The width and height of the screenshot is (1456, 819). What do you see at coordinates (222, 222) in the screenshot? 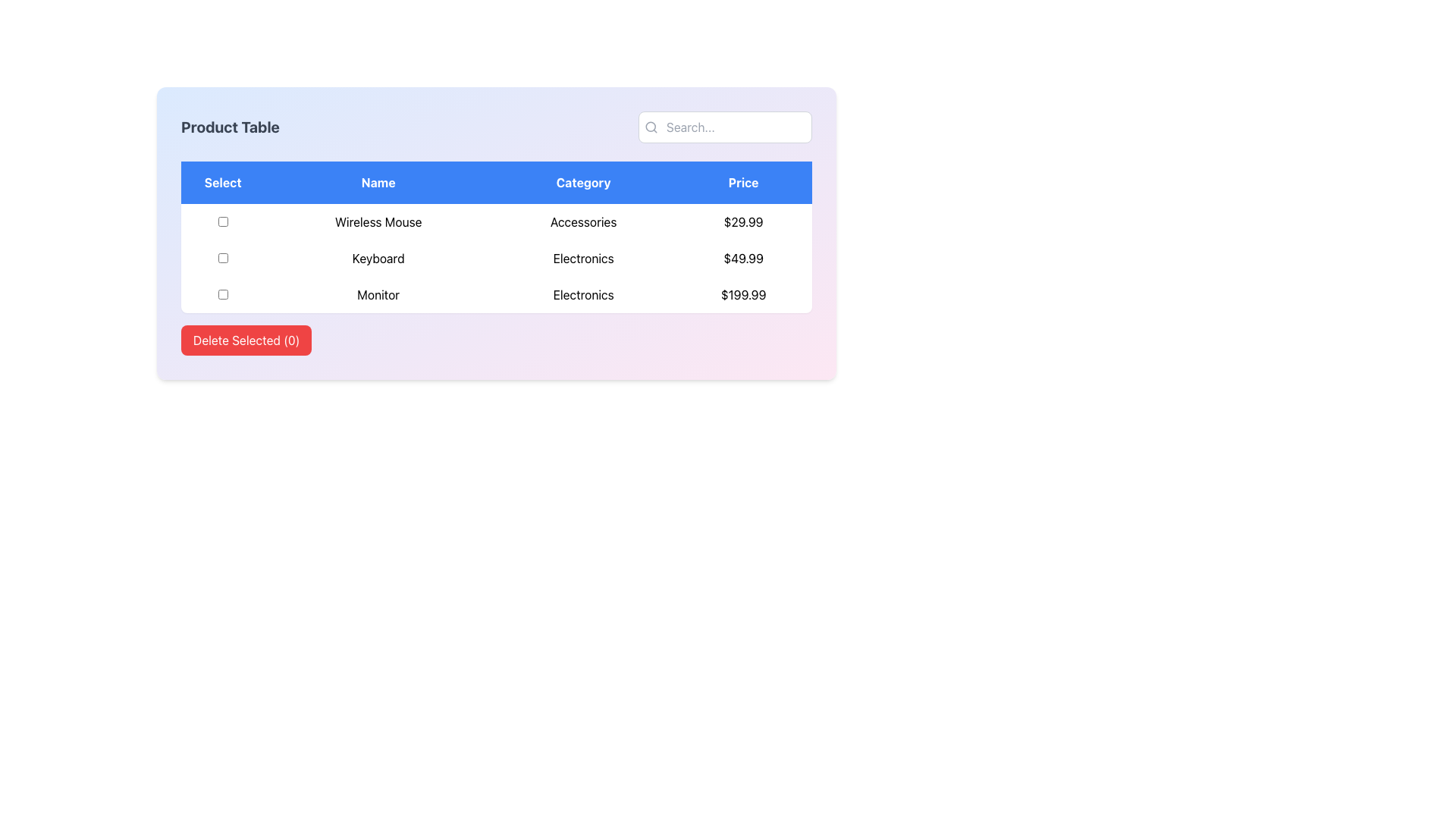
I see `the first checkbox in the 'Select' column of the product table for 'Wireless Mouse'` at bounding box center [222, 222].